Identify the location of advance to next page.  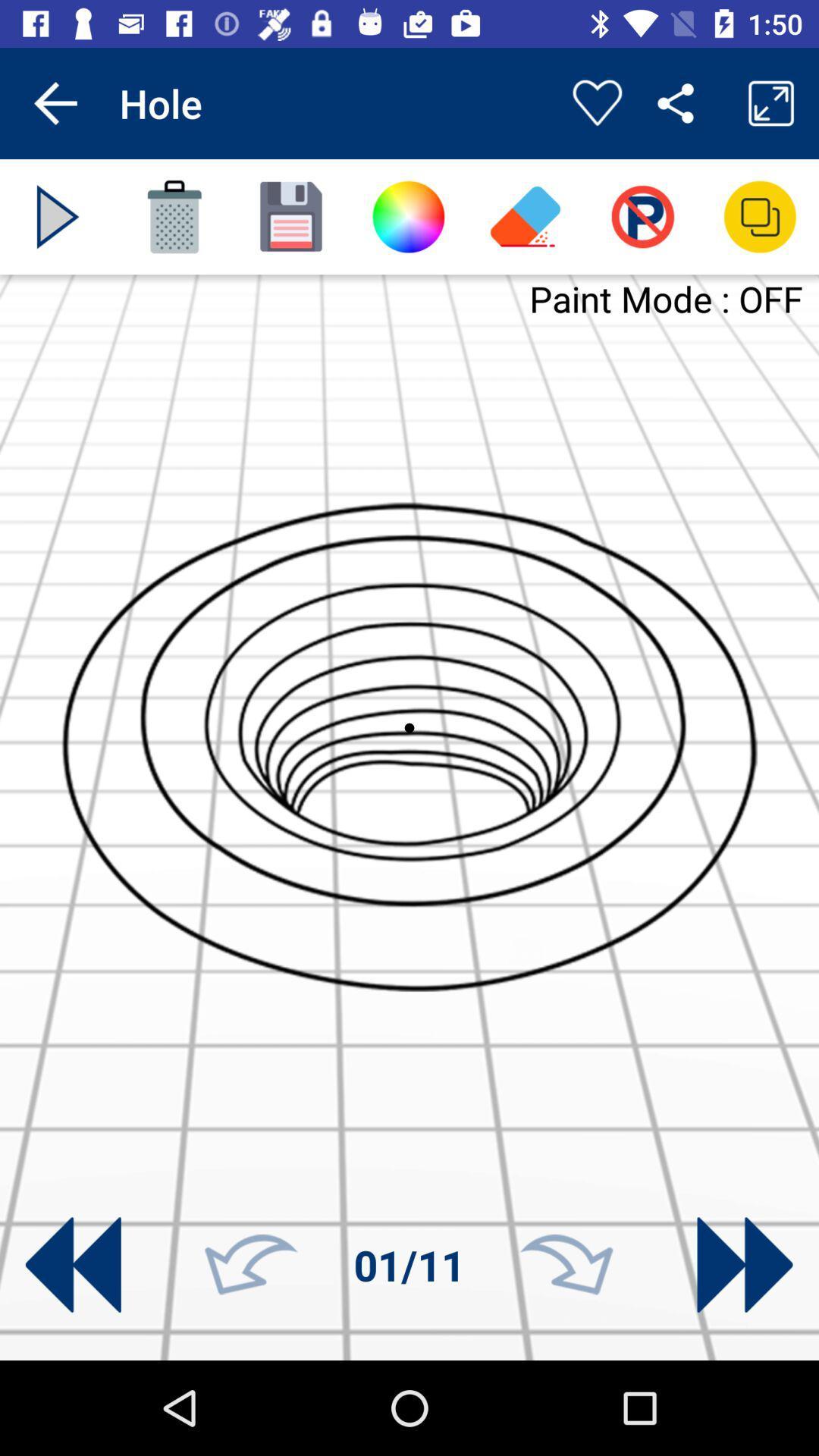
(744, 1265).